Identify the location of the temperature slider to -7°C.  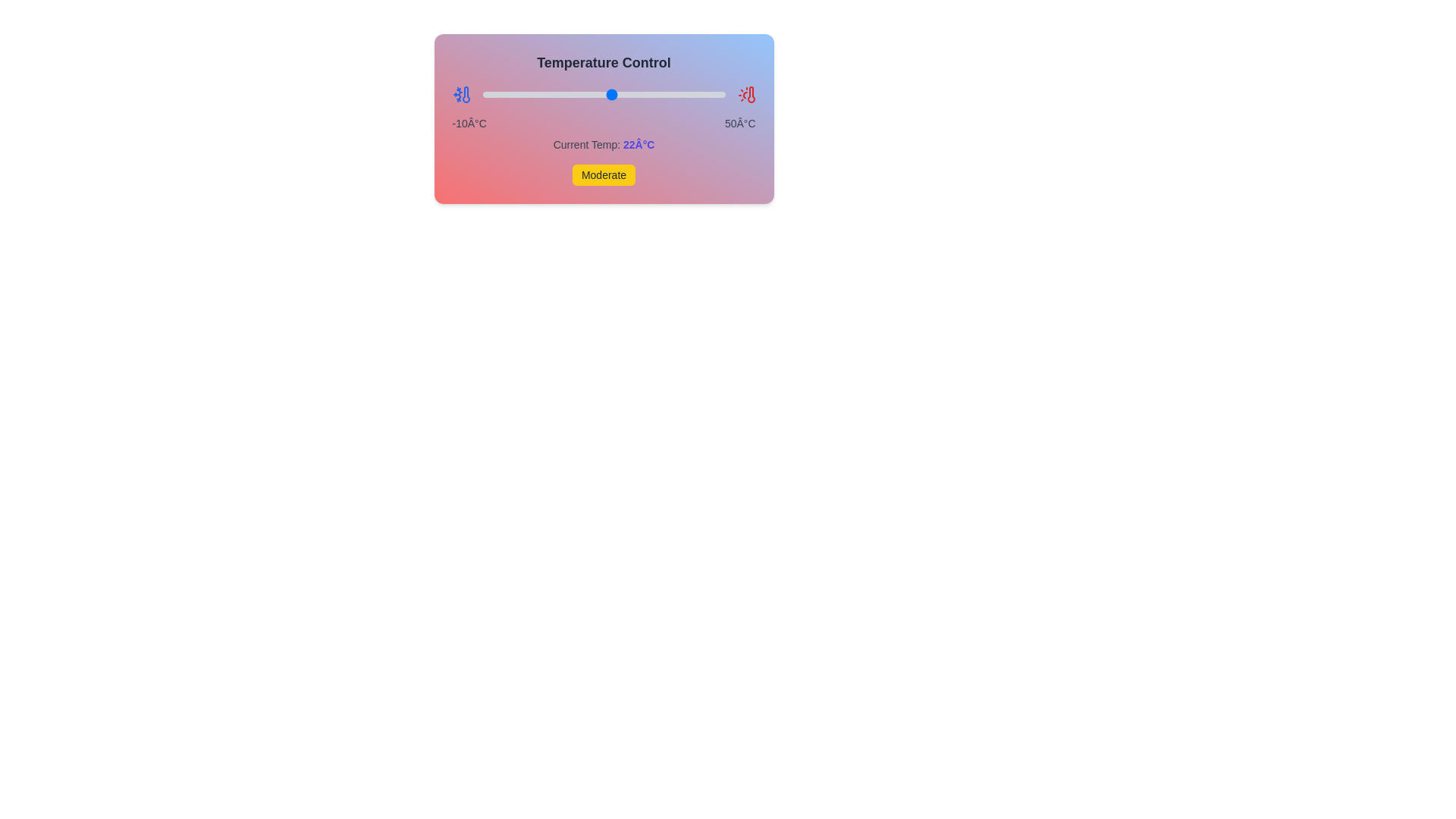
(494, 94).